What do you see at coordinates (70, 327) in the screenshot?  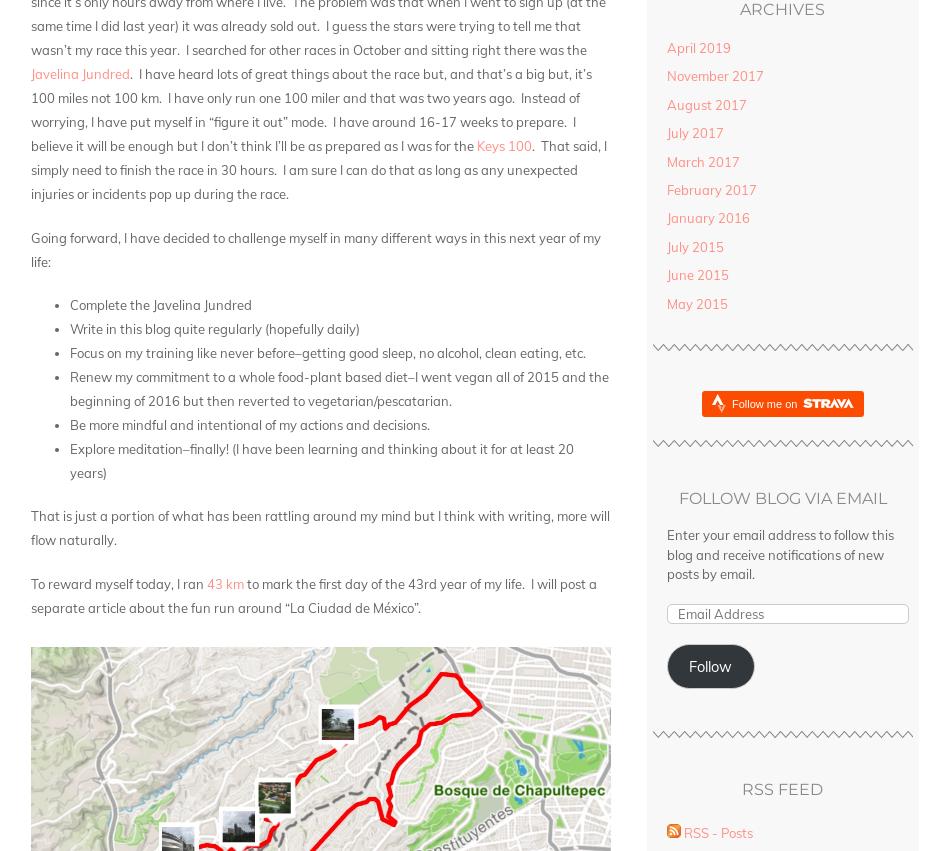 I see `'Write in this blog quite regularly (hopefully daily)'` at bounding box center [70, 327].